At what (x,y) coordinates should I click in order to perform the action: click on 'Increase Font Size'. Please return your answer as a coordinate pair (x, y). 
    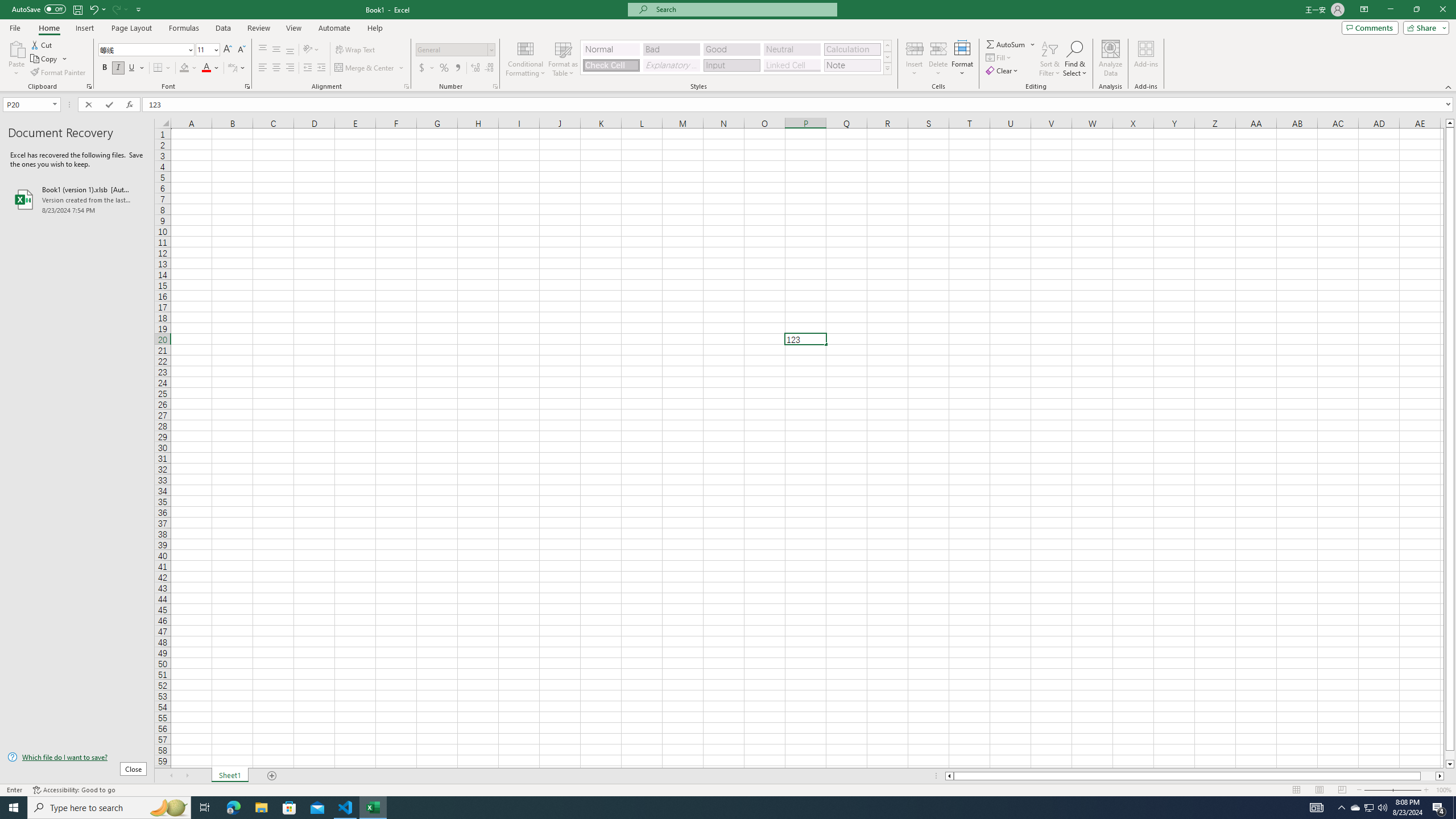
    Looking at the image, I should click on (227, 49).